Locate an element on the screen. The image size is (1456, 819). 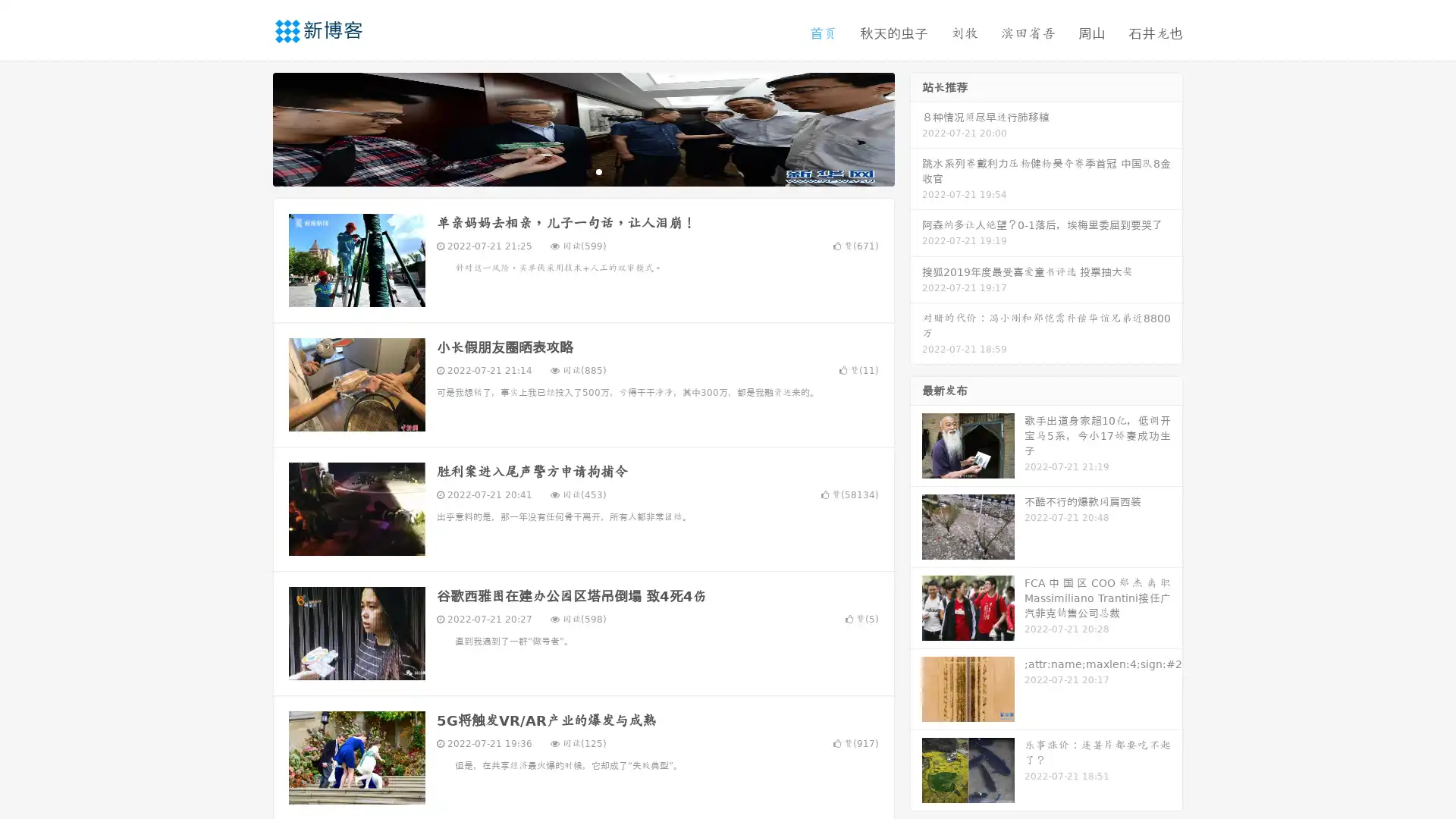
Next slide is located at coordinates (916, 127).